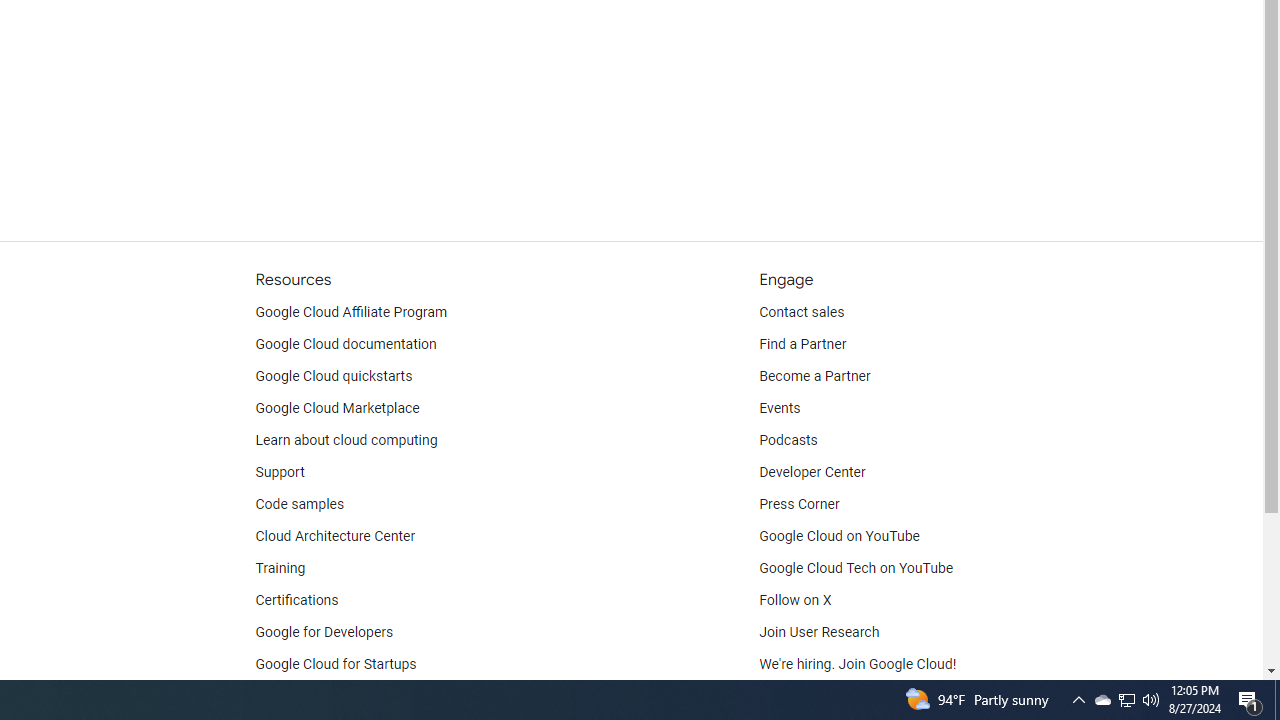 The image size is (1280, 720). Describe the element at coordinates (819, 632) in the screenshot. I see `'Join User Research'` at that location.